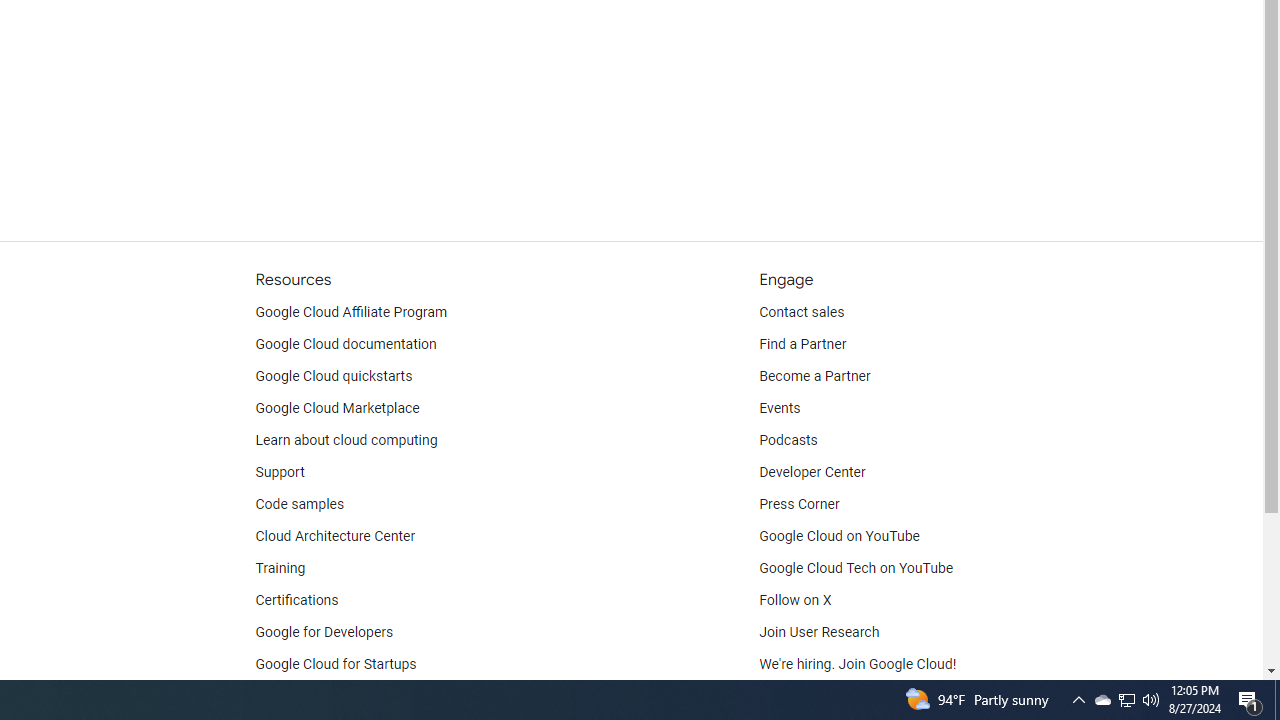 The image size is (1280, 720). Describe the element at coordinates (819, 632) in the screenshot. I see `'Join User Research'` at that location.